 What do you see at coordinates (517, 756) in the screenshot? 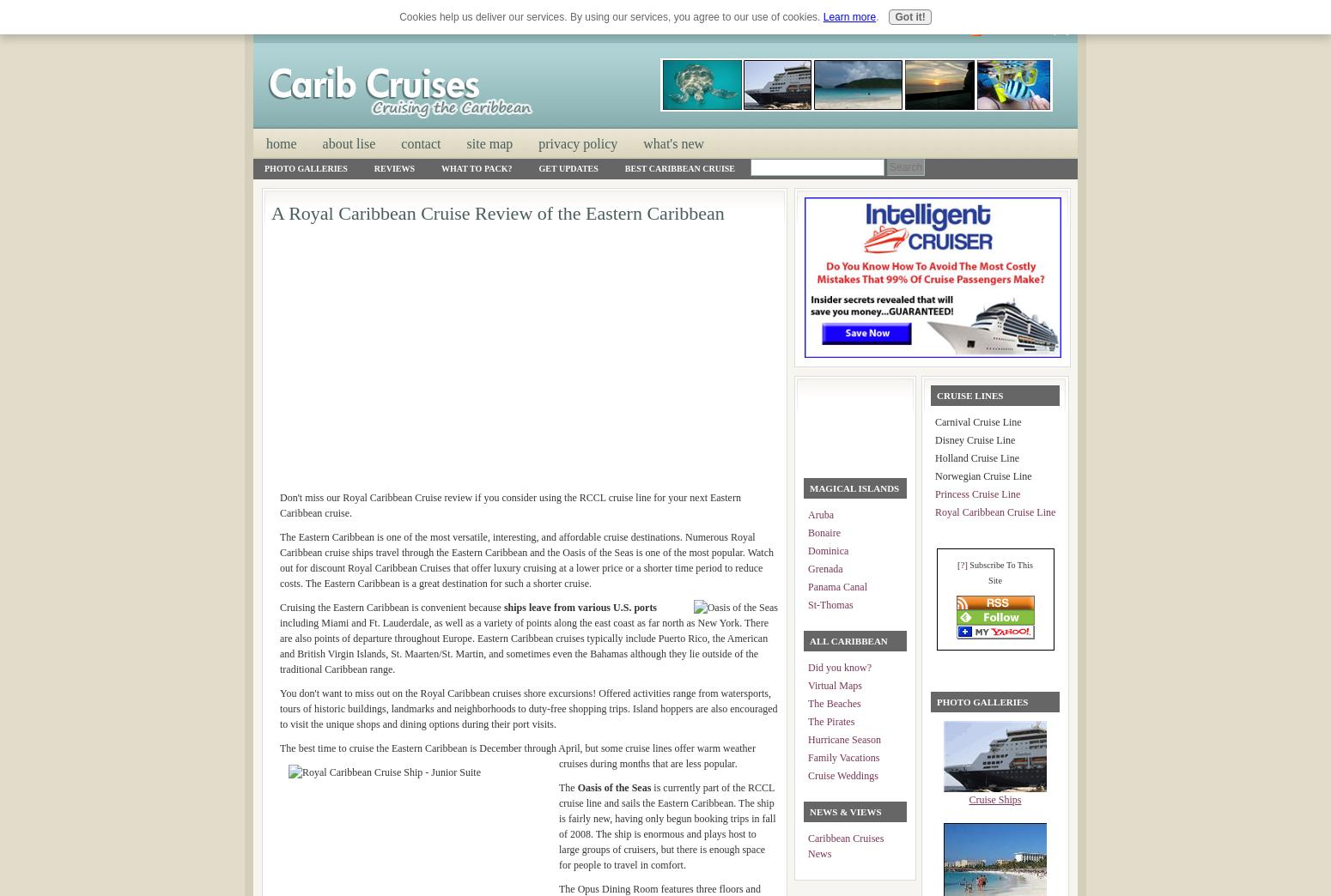
I see `'The best time to cruise the
Eastern Caribbean is December through April, but some cruise lines
offer warm weather cruises during months that are less popular.'` at bounding box center [517, 756].